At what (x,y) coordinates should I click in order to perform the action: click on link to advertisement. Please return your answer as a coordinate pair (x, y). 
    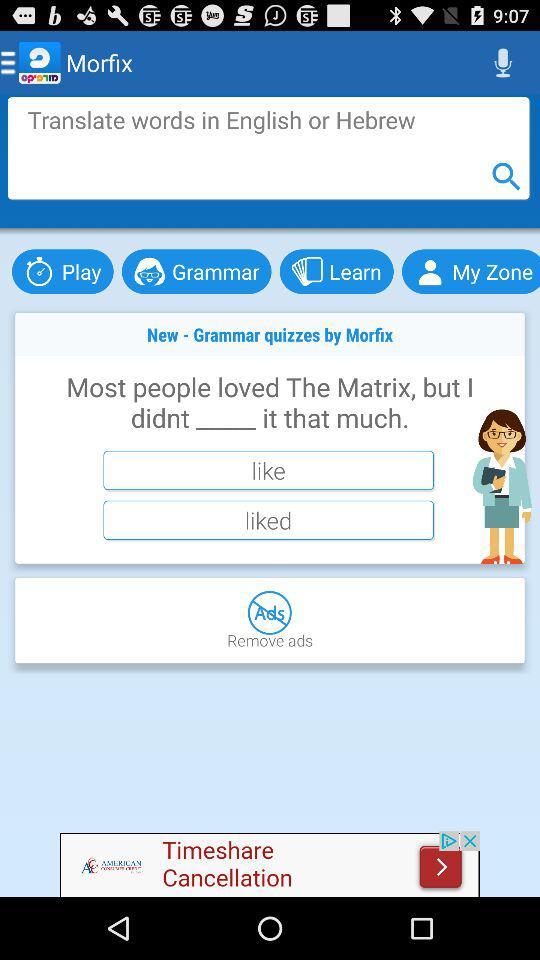
    Looking at the image, I should click on (270, 863).